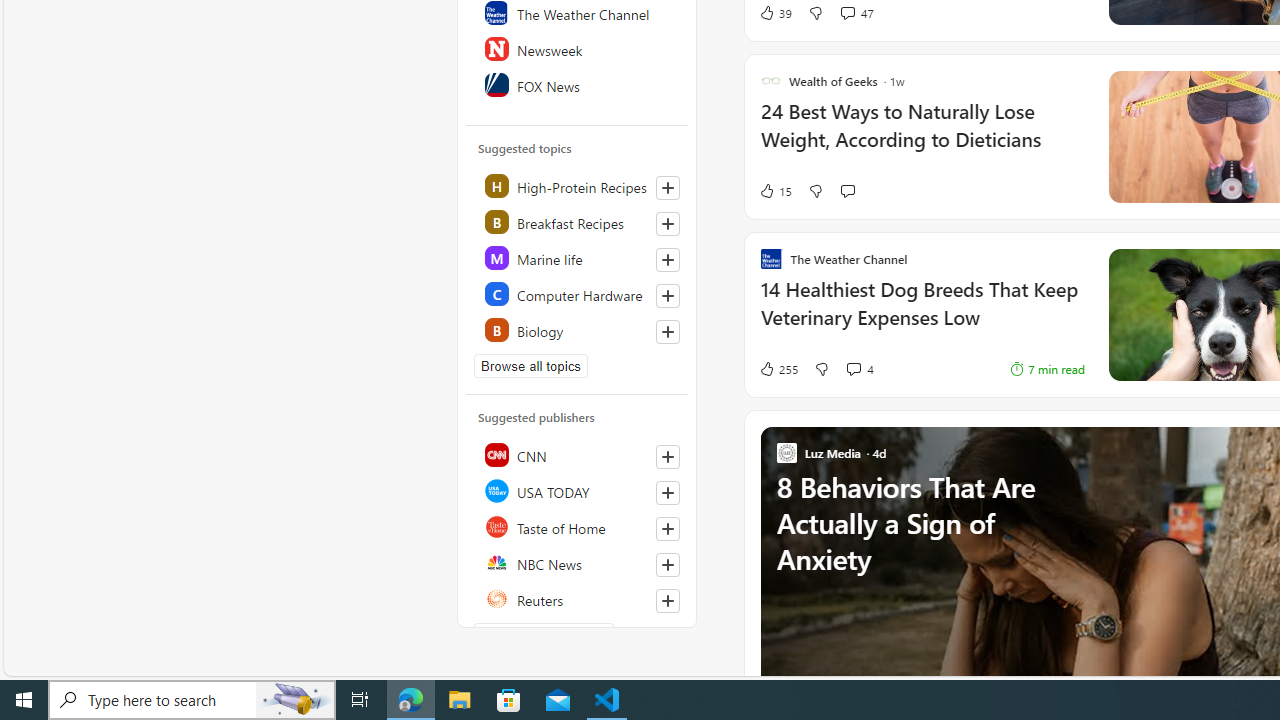  Describe the element at coordinates (847, 190) in the screenshot. I see `'Start the conversation'` at that location.